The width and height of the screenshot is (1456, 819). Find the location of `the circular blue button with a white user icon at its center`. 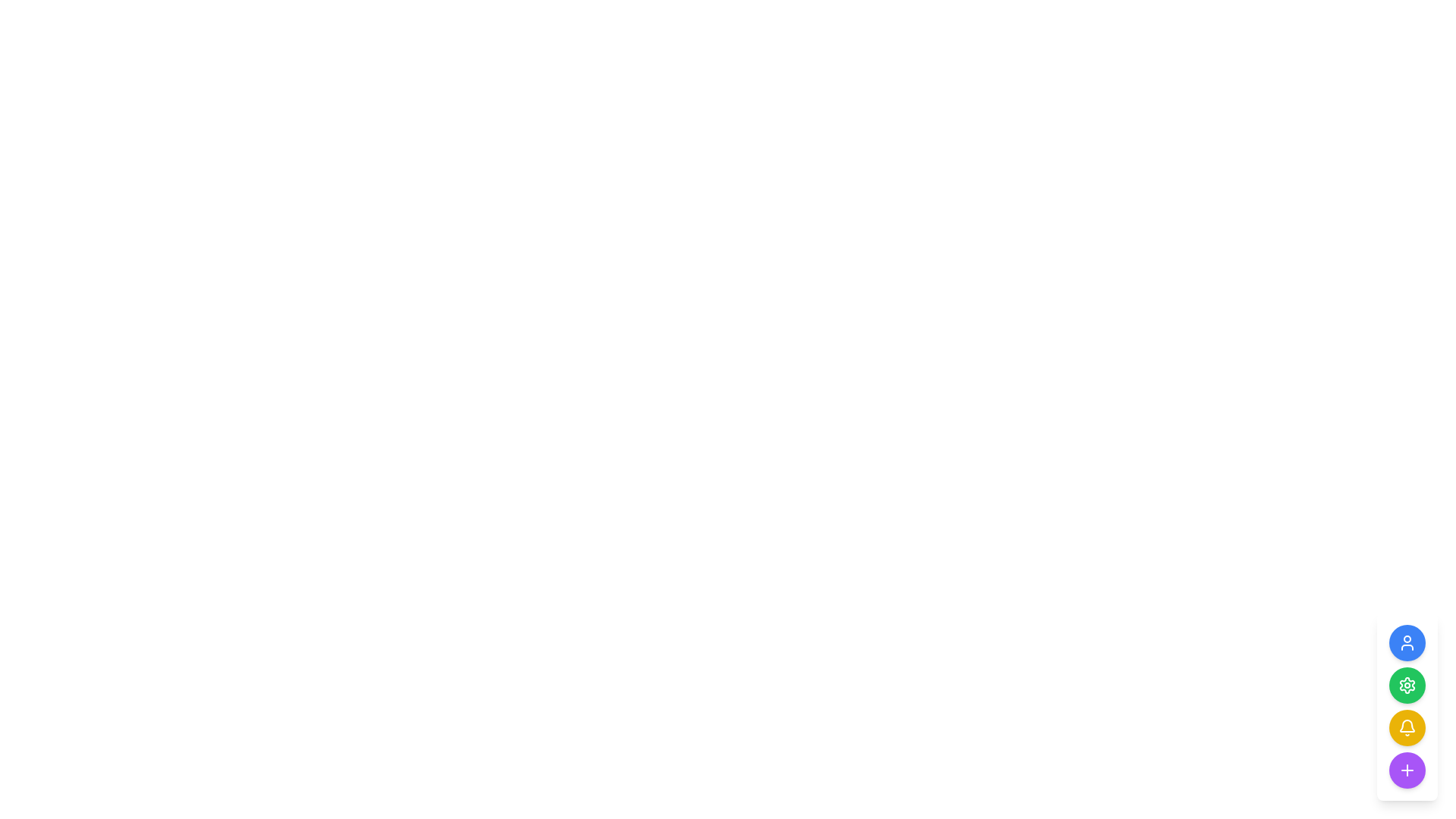

the circular blue button with a white user icon at its center is located at coordinates (1407, 643).